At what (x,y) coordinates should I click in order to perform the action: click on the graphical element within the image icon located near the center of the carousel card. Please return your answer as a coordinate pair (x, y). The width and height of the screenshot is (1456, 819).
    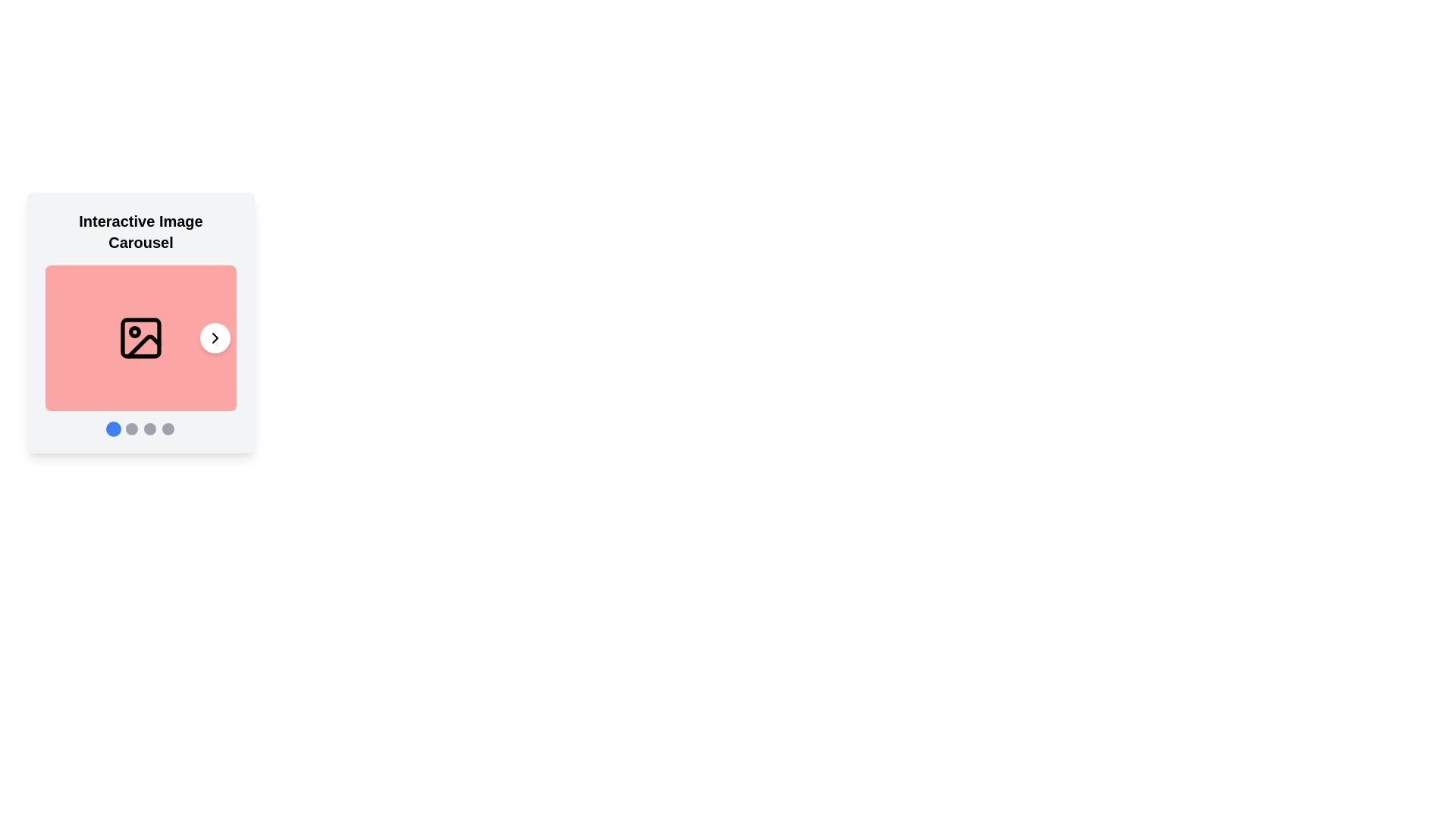
    Looking at the image, I should click on (141, 337).